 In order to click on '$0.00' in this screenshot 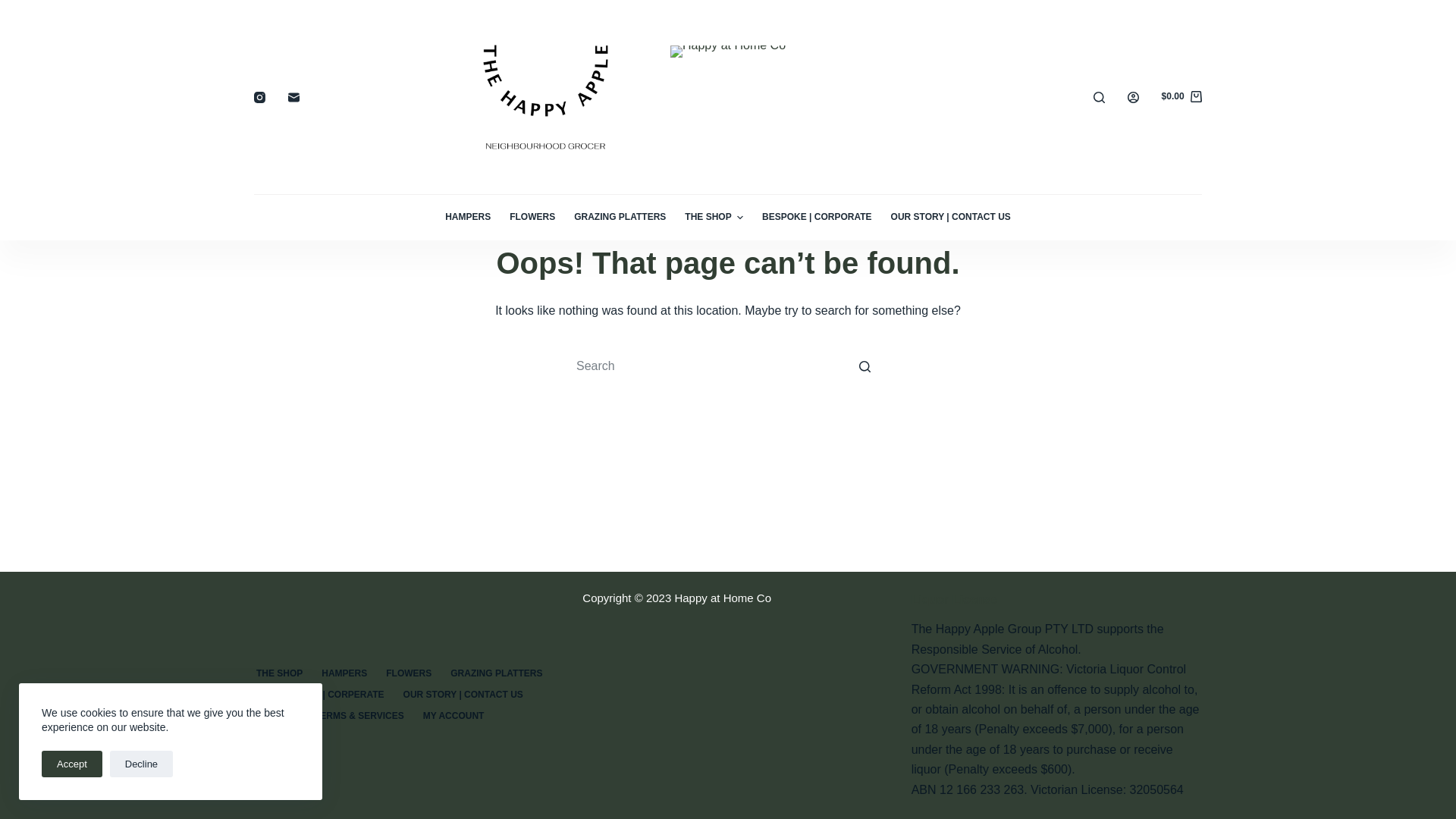, I will do `click(1181, 96)`.